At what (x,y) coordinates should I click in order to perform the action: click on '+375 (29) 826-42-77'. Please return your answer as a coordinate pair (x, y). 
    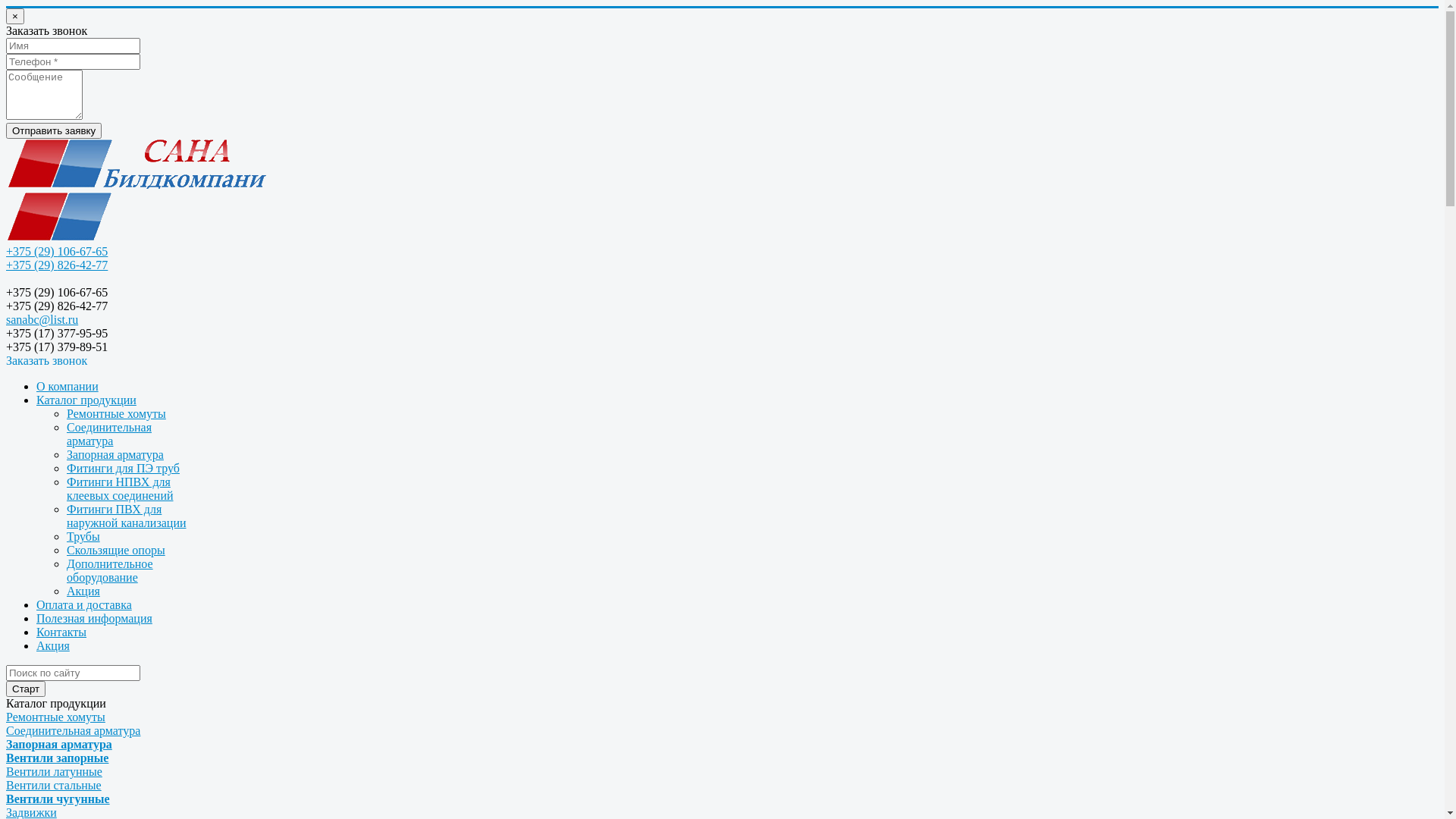
    Looking at the image, I should click on (57, 264).